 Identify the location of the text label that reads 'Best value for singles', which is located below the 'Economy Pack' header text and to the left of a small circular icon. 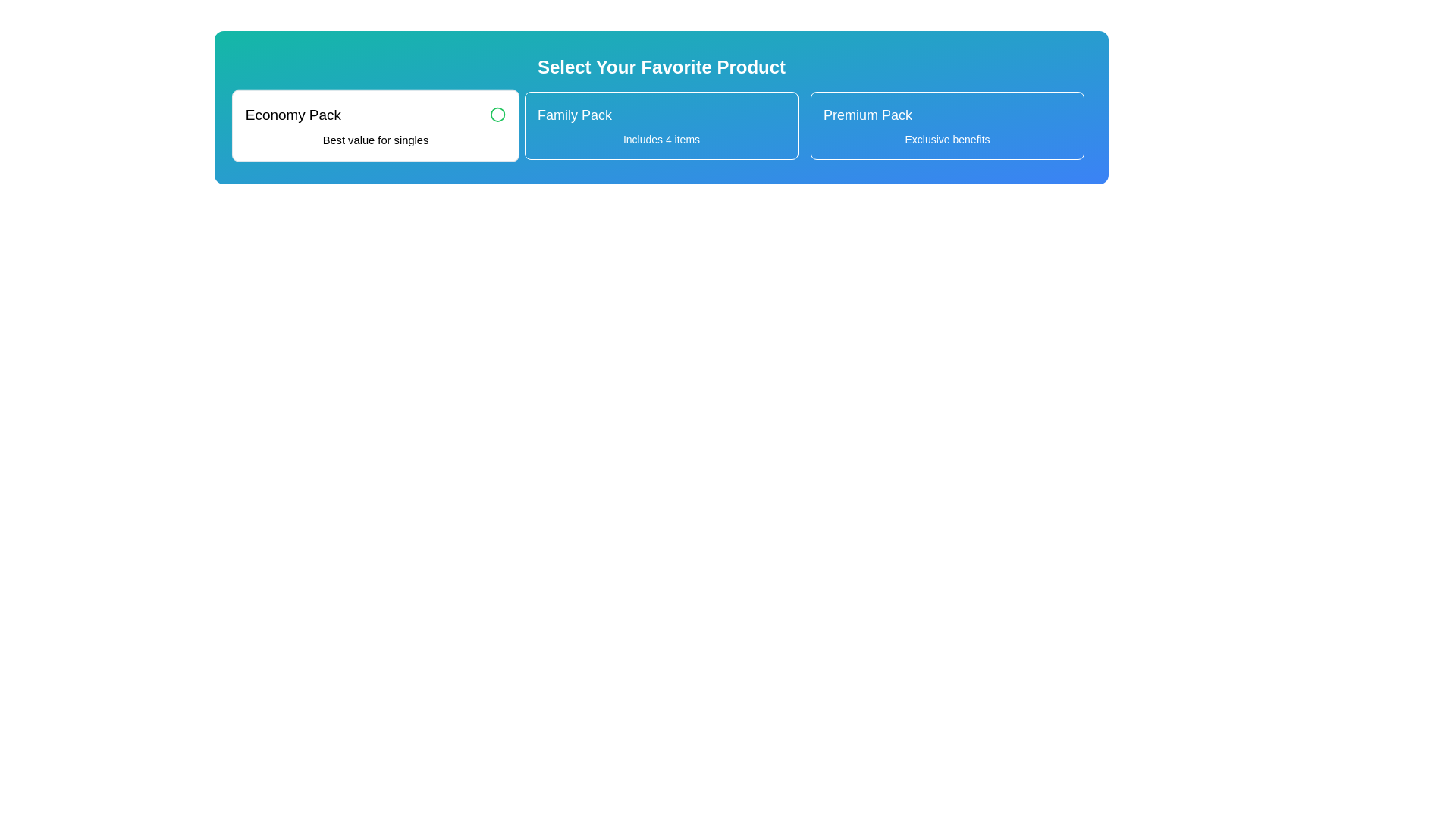
(375, 140).